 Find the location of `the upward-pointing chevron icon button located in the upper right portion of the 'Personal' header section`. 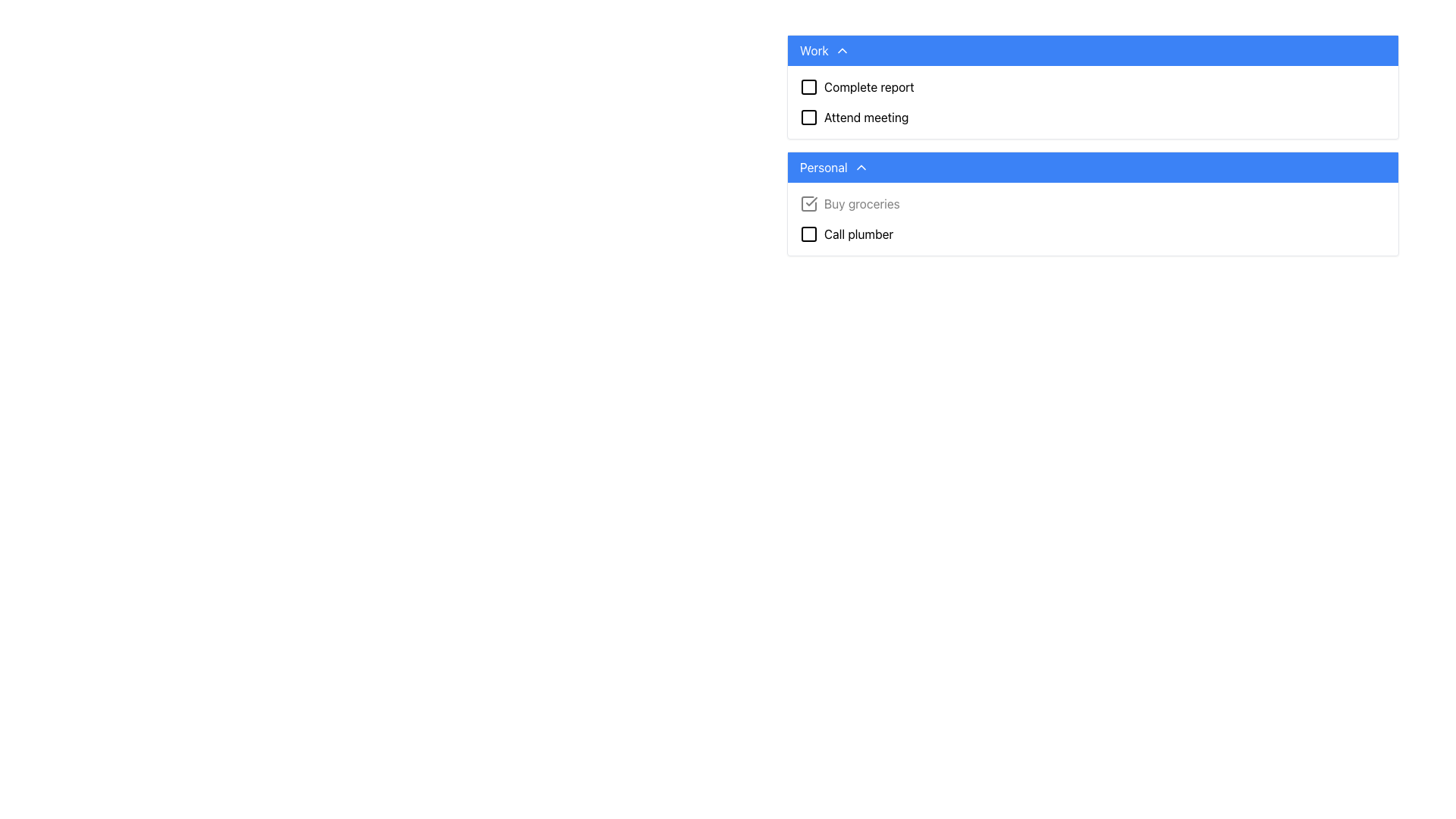

the upward-pointing chevron icon button located in the upper right portion of the 'Personal' header section is located at coordinates (861, 167).